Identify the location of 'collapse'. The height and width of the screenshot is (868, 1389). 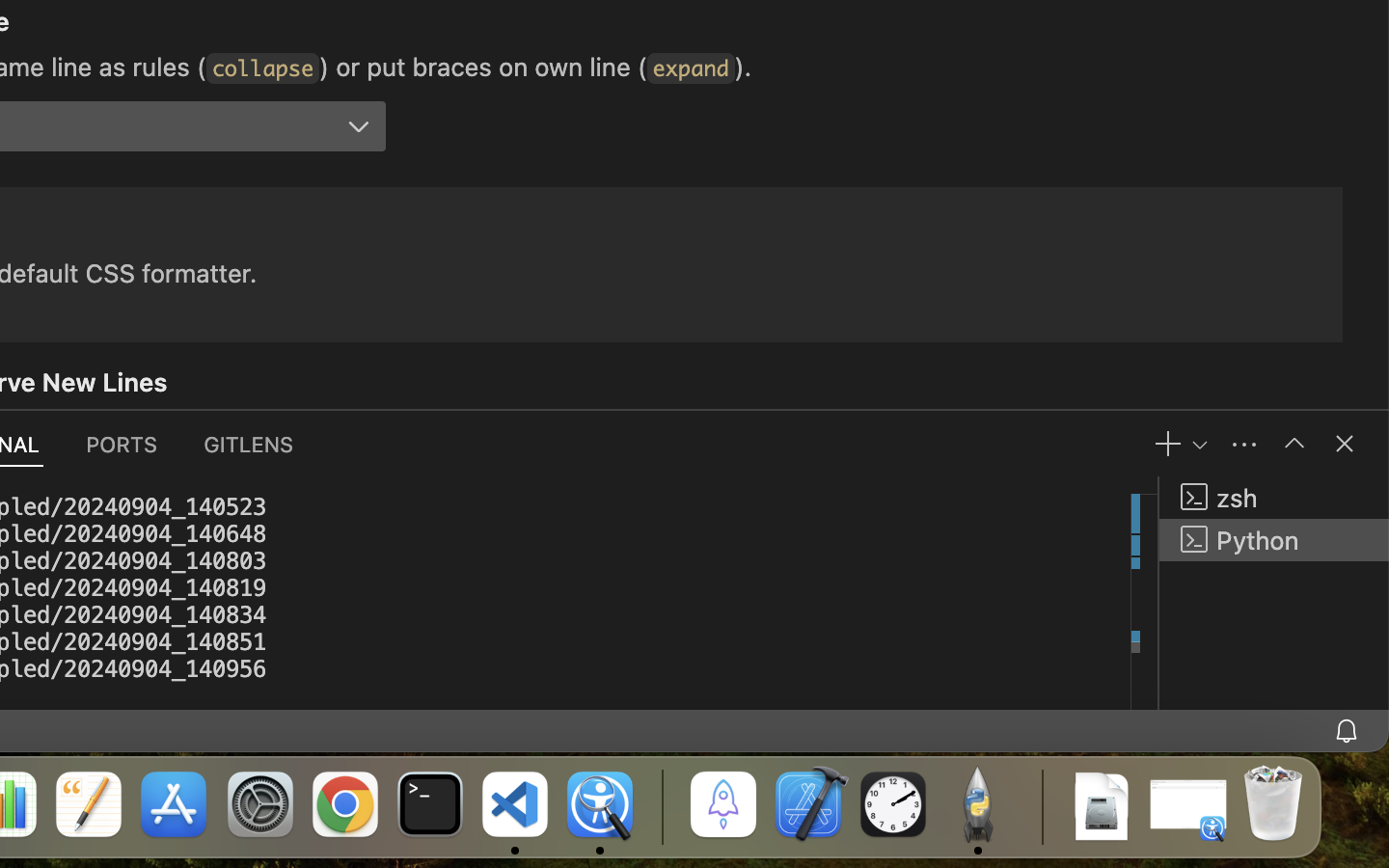
(262, 68).